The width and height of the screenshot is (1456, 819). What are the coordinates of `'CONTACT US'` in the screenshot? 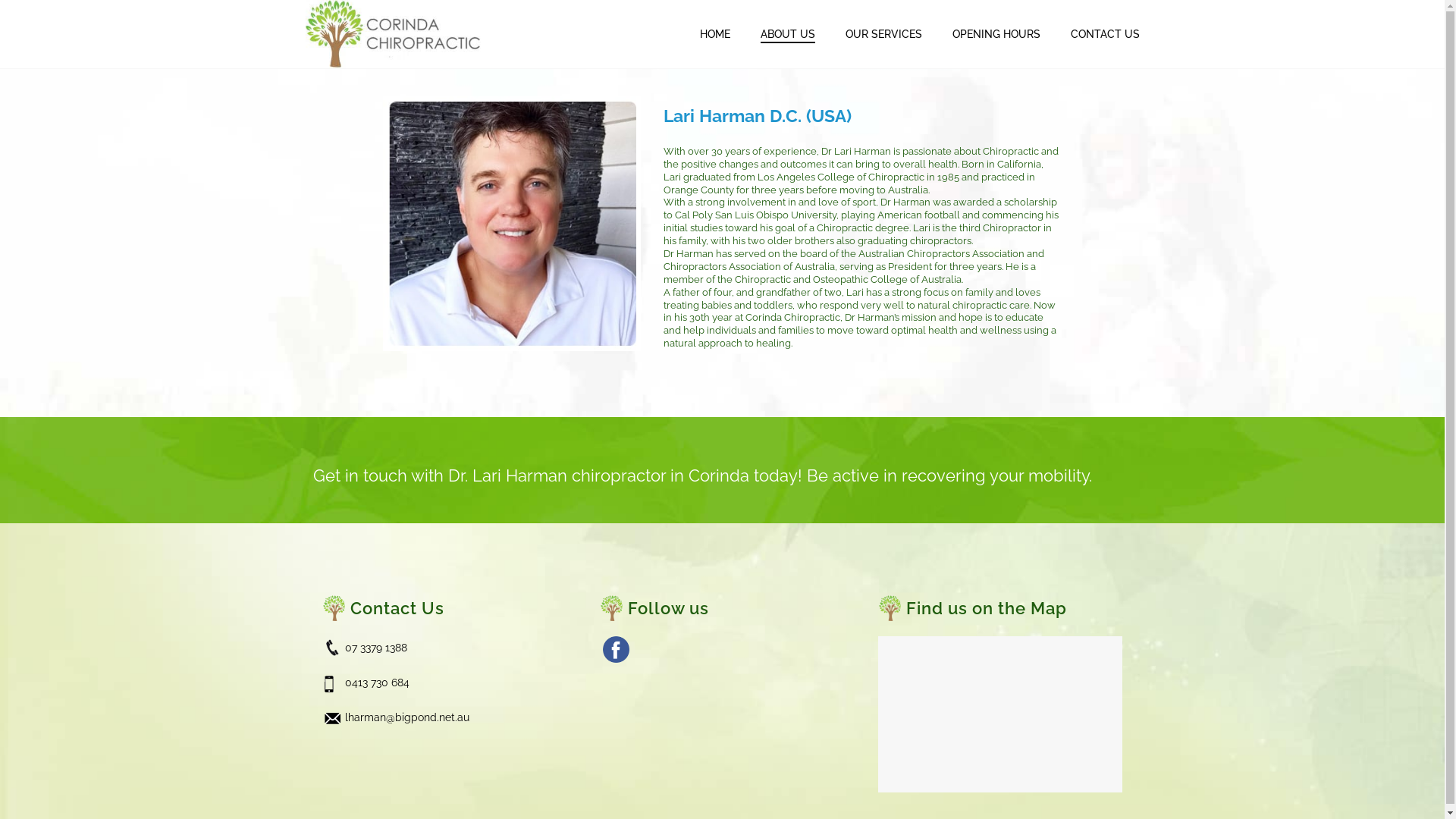 It's located at (1055, 34).